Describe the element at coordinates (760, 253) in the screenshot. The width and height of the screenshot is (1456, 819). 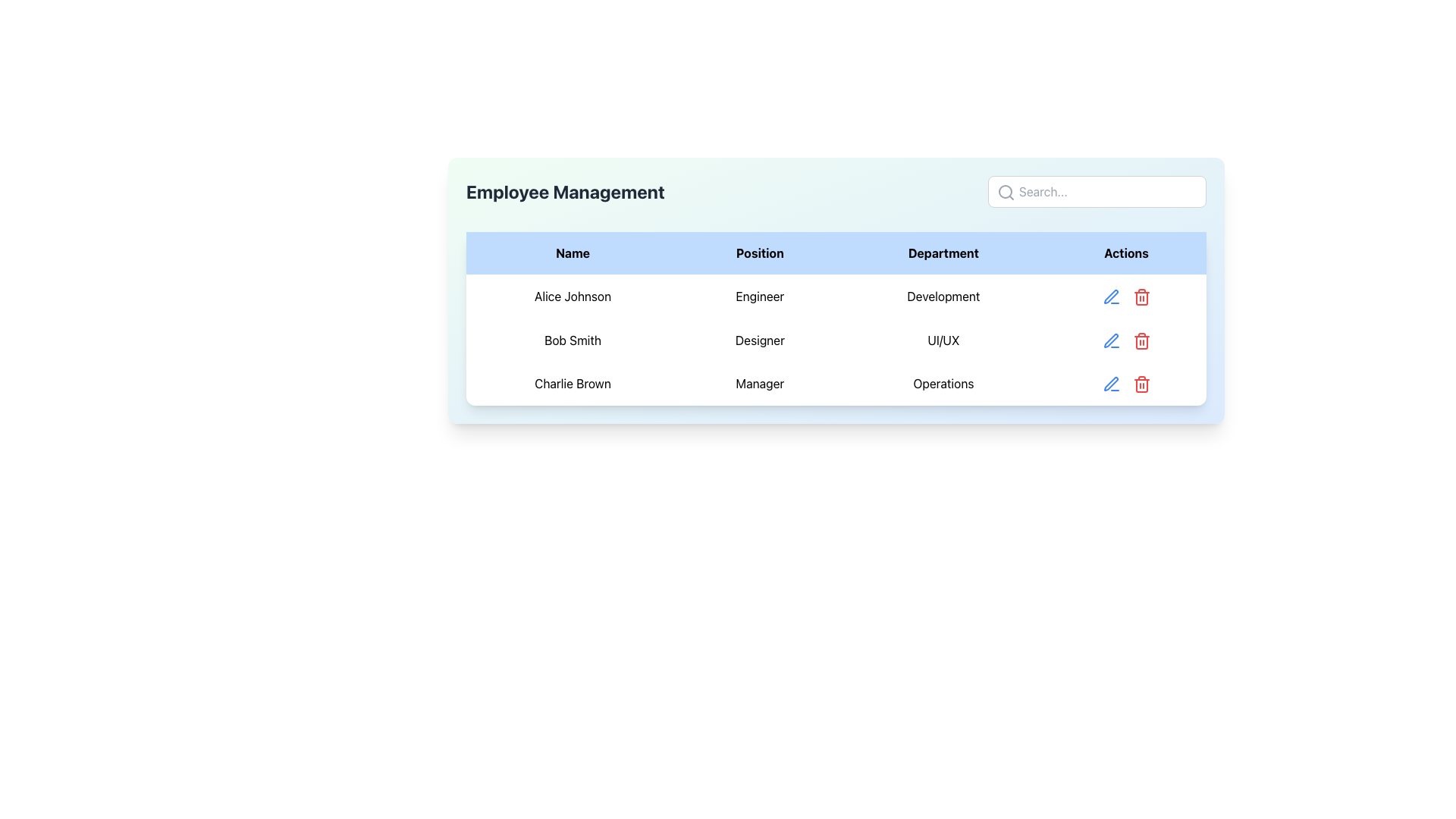
I see `the 'Position' text label, which is the second column header in a table layout with a light blue background, located between the 'Name' and 'Department' cells` at that location.